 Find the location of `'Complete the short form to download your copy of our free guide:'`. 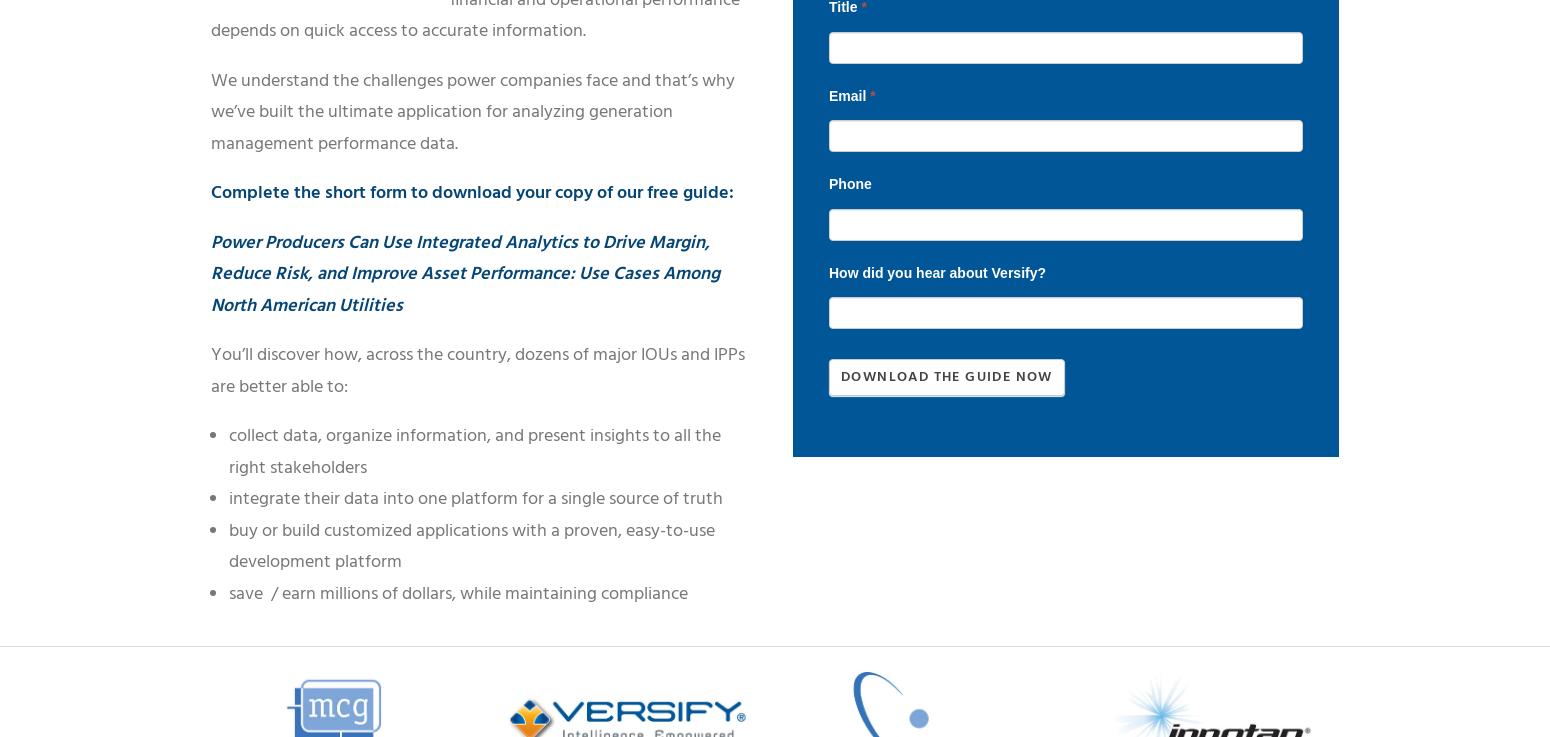

'Complete the short form to download your copy of our free guide:' is located at coordinates (209, 192).